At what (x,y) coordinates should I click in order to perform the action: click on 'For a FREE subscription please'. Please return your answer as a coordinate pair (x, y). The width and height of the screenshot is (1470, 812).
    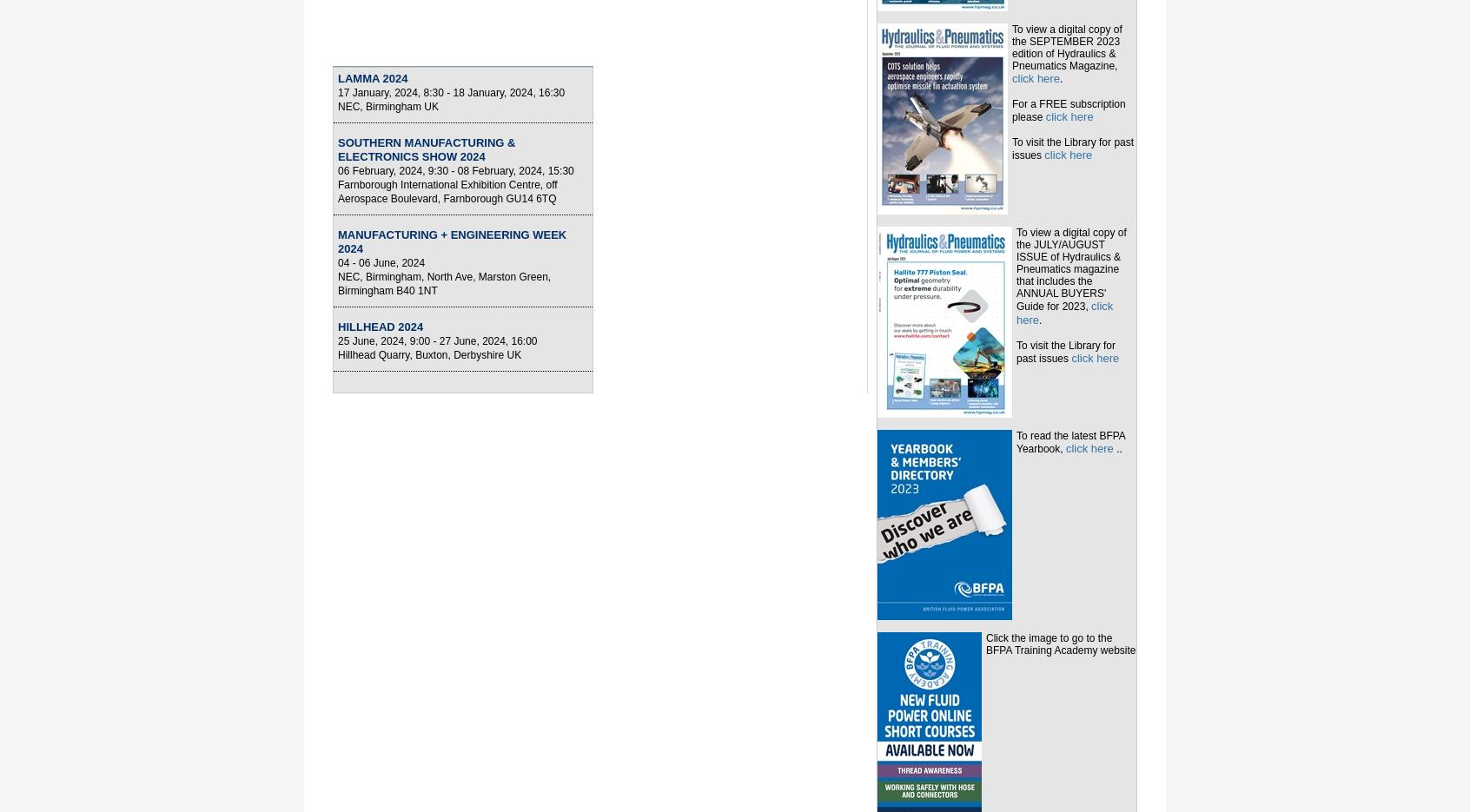
    Looking at the image, I should click on (1069, 109).